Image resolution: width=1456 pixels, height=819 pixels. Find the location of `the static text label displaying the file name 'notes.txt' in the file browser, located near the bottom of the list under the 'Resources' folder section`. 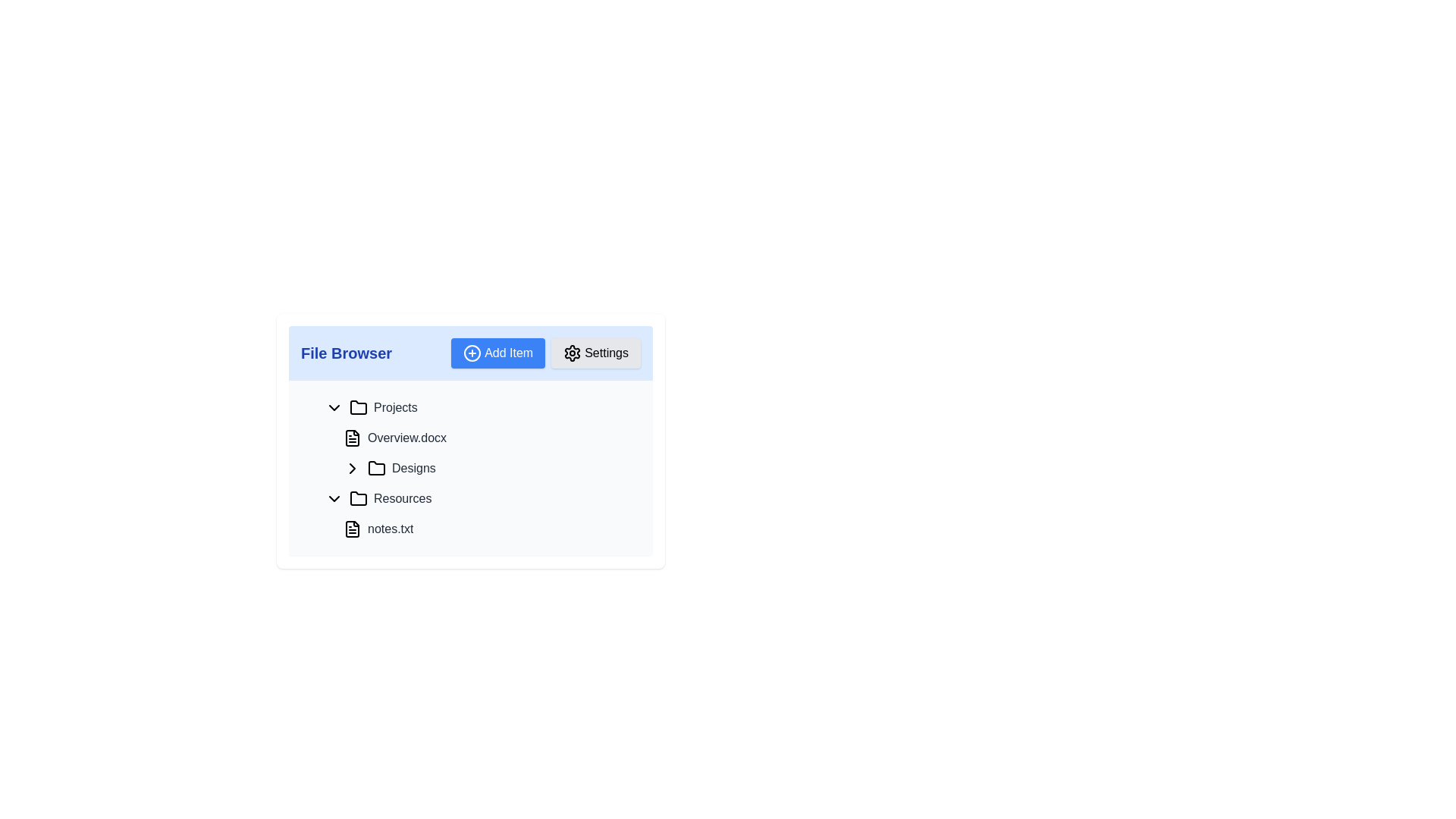

the static text label displaying the file name 'notes.txt' in the file browser, located near the bottom of the list under the 'Resources' folder section is located at coordinates (391, 529).